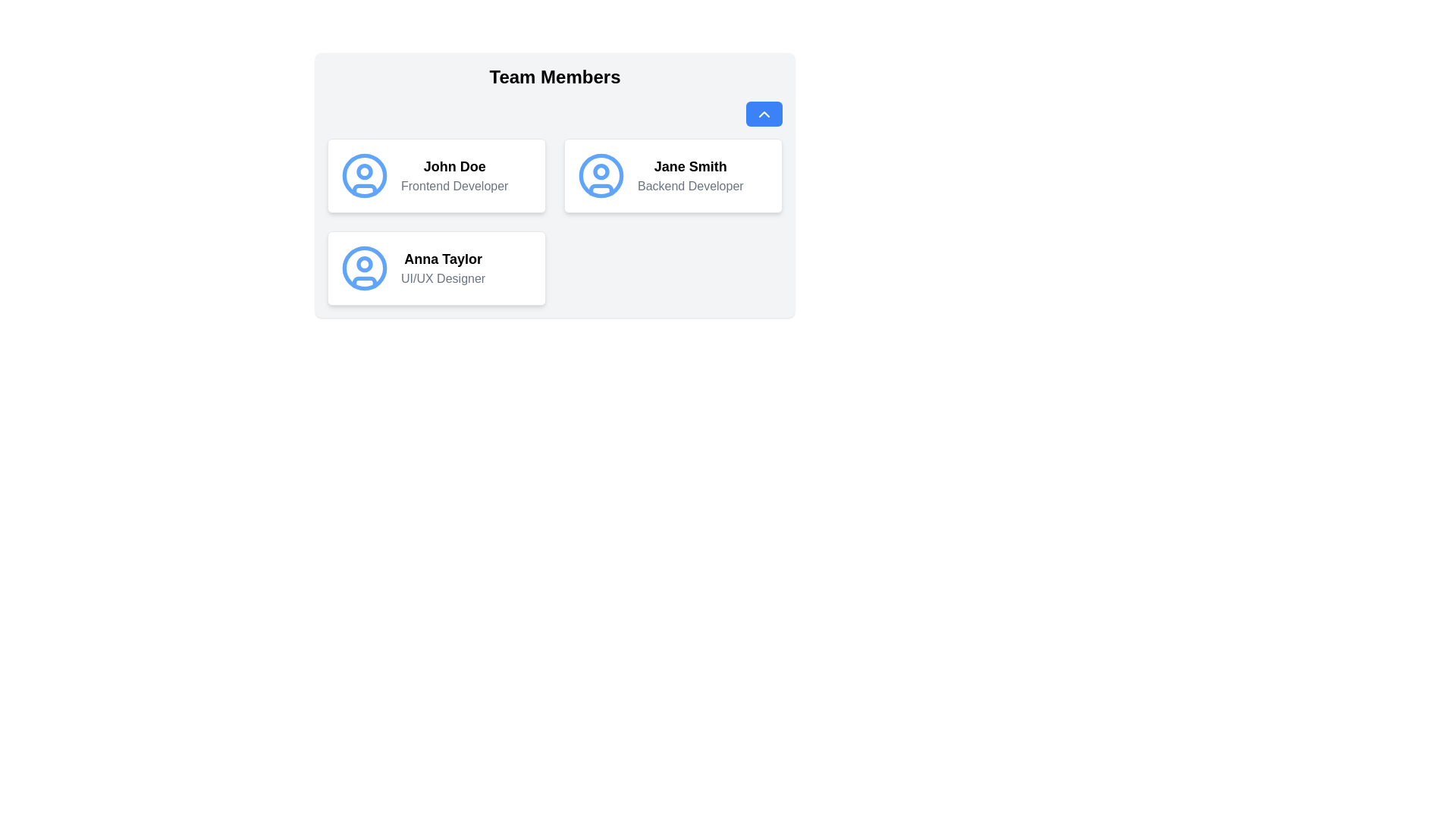 The height and width of the screenshot is (819, 1456). Describe the element at coordinates (453, 166) in the screenshot. I see `the text label displaying the name 'John Doe' located in the top-left section of the interface, above the text 'Frontend Developer' and to the right of the avatar icon` at that location.